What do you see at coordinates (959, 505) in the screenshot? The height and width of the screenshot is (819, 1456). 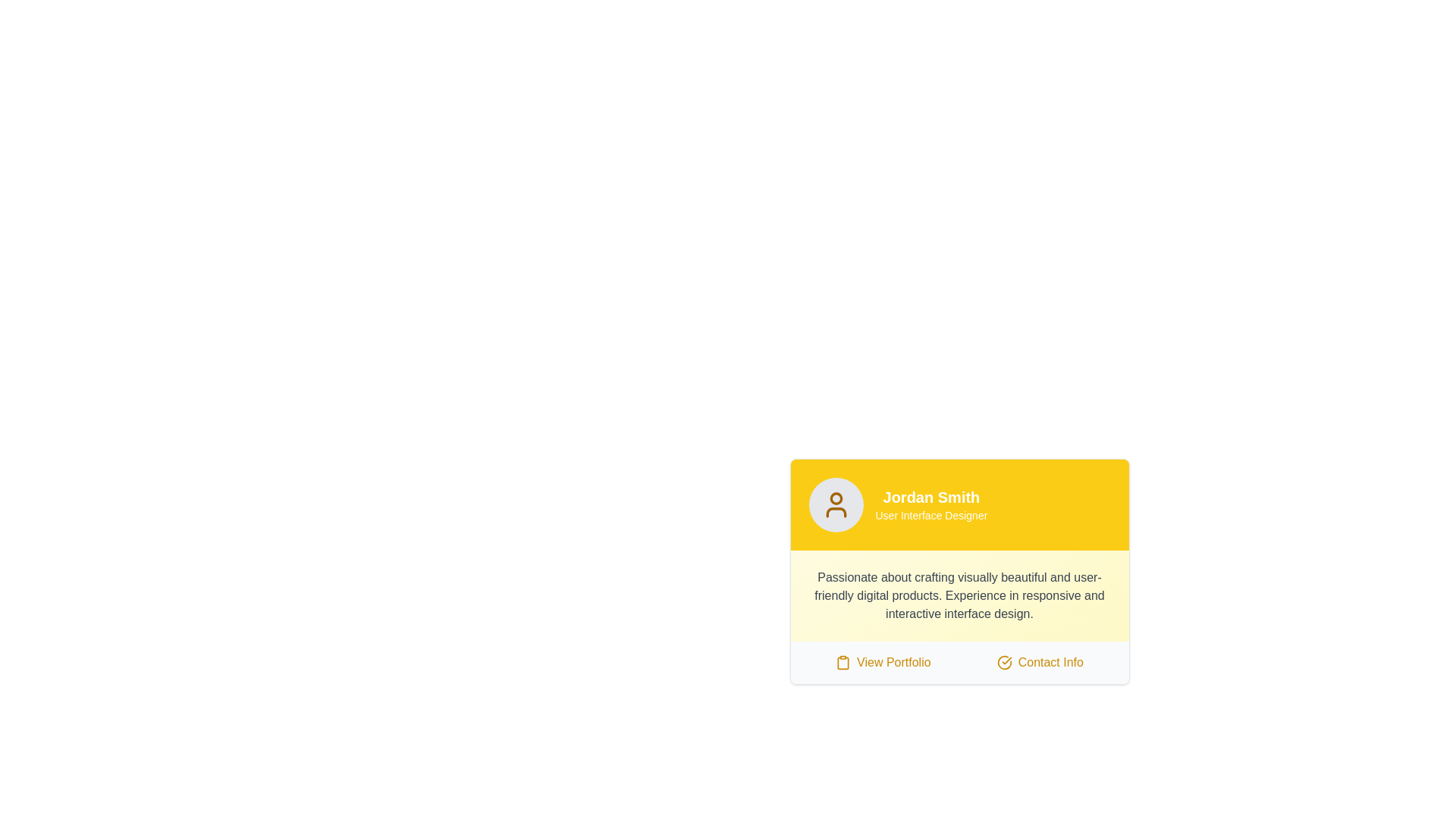 I see `the header section displaying 'Jordan Smith' and 'User Interface Designer' on a yellow background with a circular user profile icon` at bounding box center [959, 505].